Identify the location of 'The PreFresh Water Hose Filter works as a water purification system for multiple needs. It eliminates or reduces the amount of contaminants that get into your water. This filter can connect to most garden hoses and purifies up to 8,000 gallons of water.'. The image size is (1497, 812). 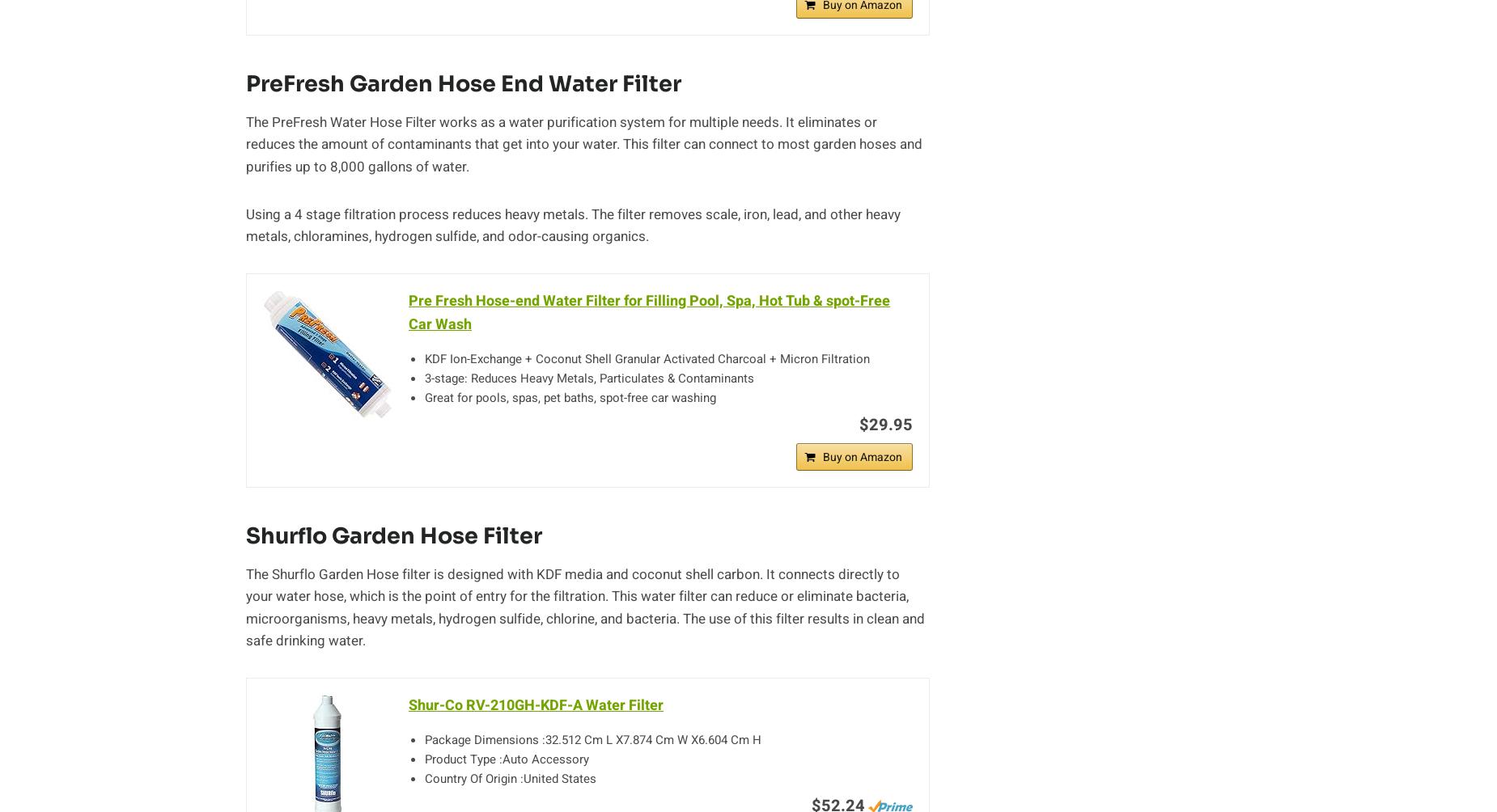
(584, 143).